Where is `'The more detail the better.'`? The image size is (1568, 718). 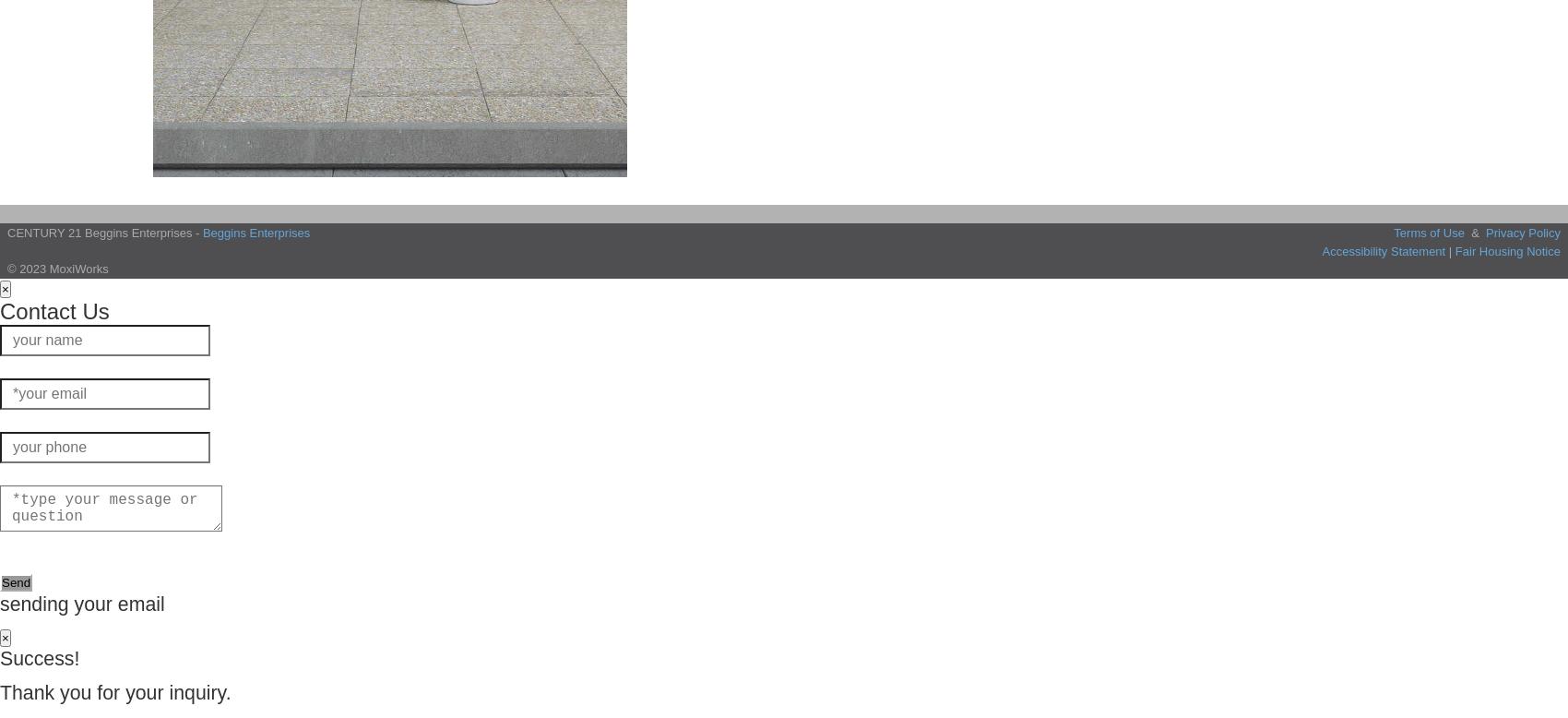
'The more detail the better.' is located at coordinates (0, 545).